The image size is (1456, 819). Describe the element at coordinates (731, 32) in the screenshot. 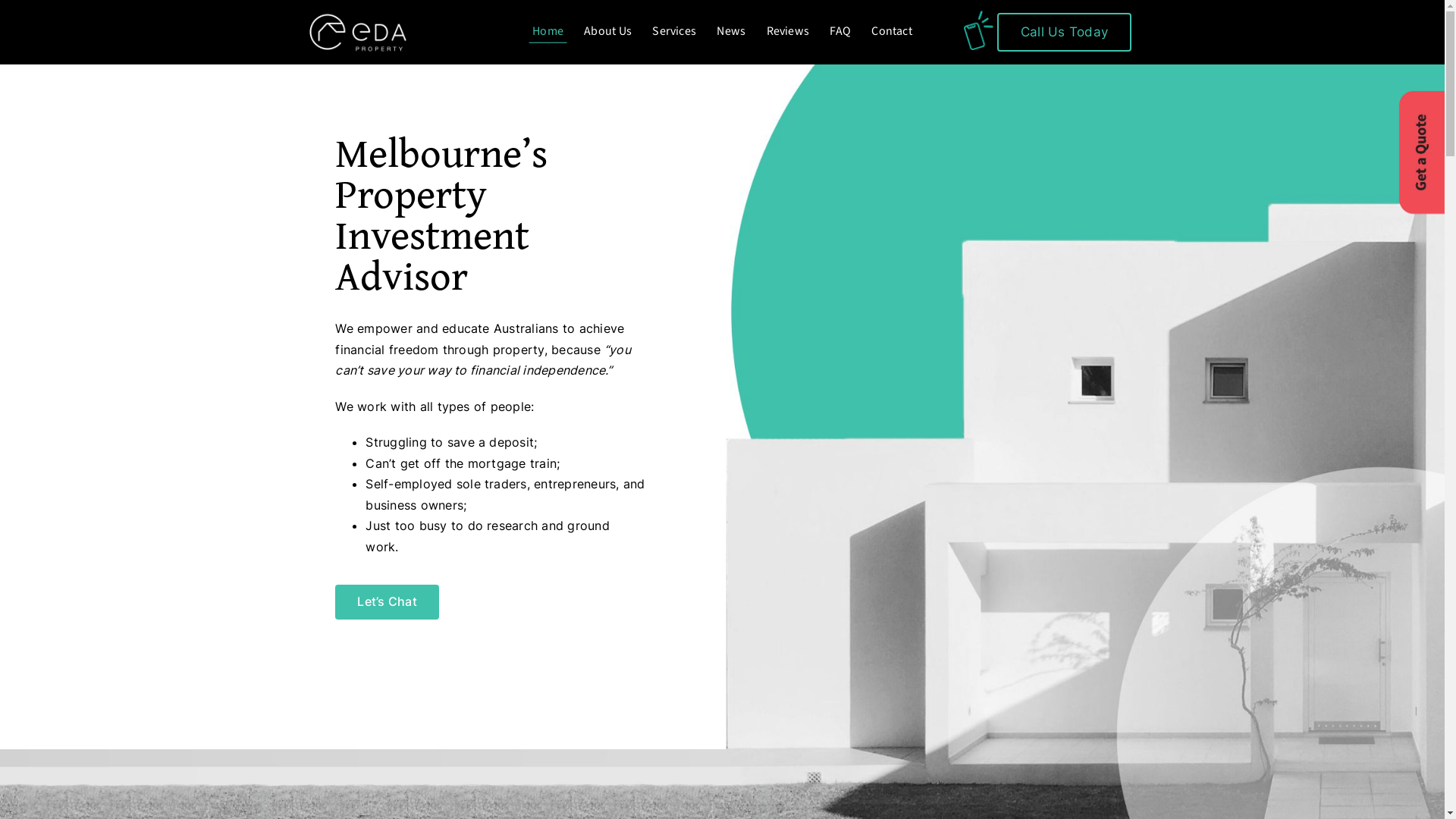

I see `'News'` at that location.